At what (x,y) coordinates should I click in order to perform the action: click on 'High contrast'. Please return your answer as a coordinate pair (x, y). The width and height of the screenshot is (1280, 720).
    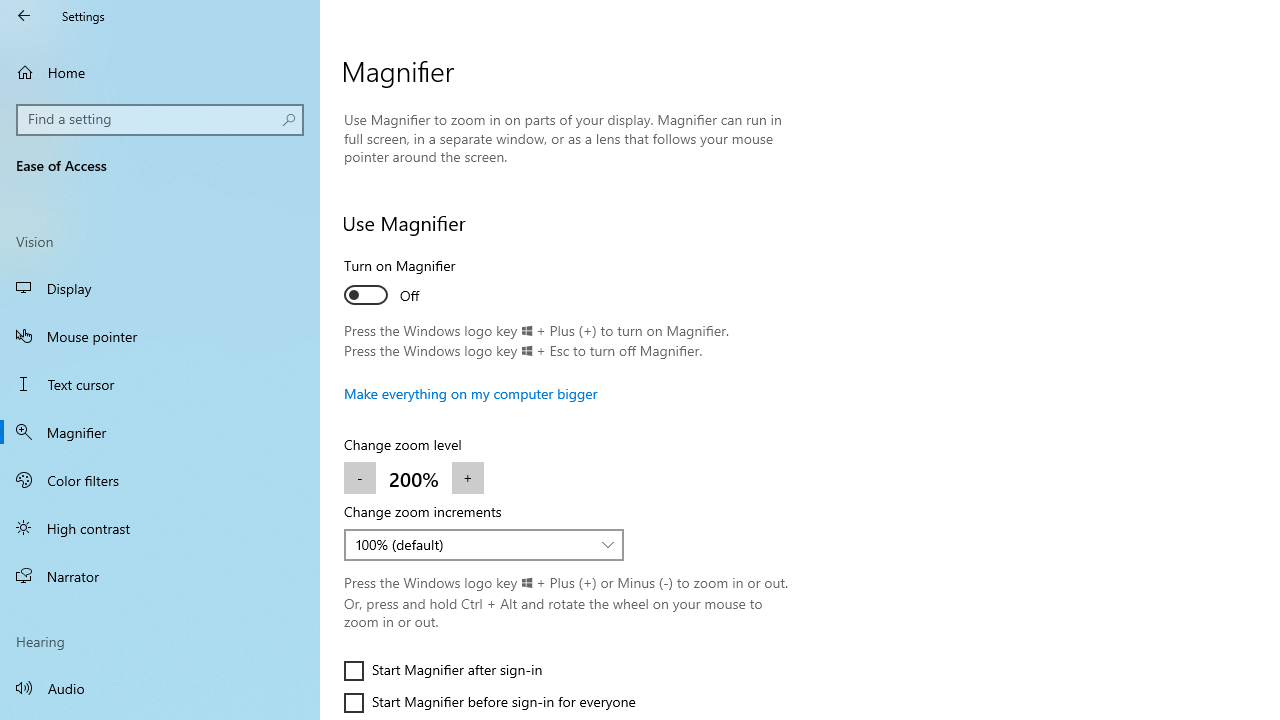
    Looking at the image, I should click on (160, 527).